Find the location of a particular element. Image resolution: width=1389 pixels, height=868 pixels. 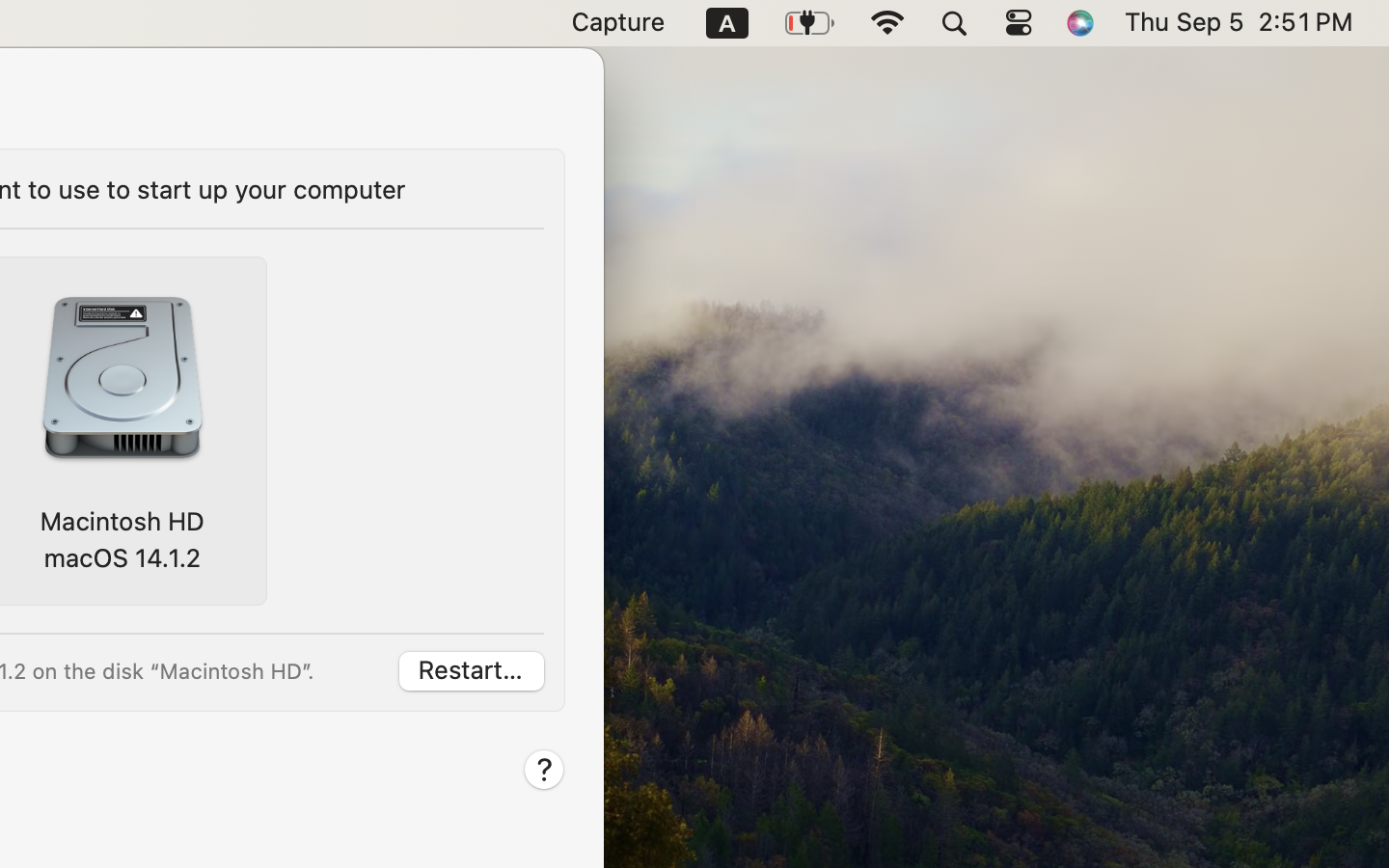

'macOS 14.1.2' is located at coordinates (120, 556).